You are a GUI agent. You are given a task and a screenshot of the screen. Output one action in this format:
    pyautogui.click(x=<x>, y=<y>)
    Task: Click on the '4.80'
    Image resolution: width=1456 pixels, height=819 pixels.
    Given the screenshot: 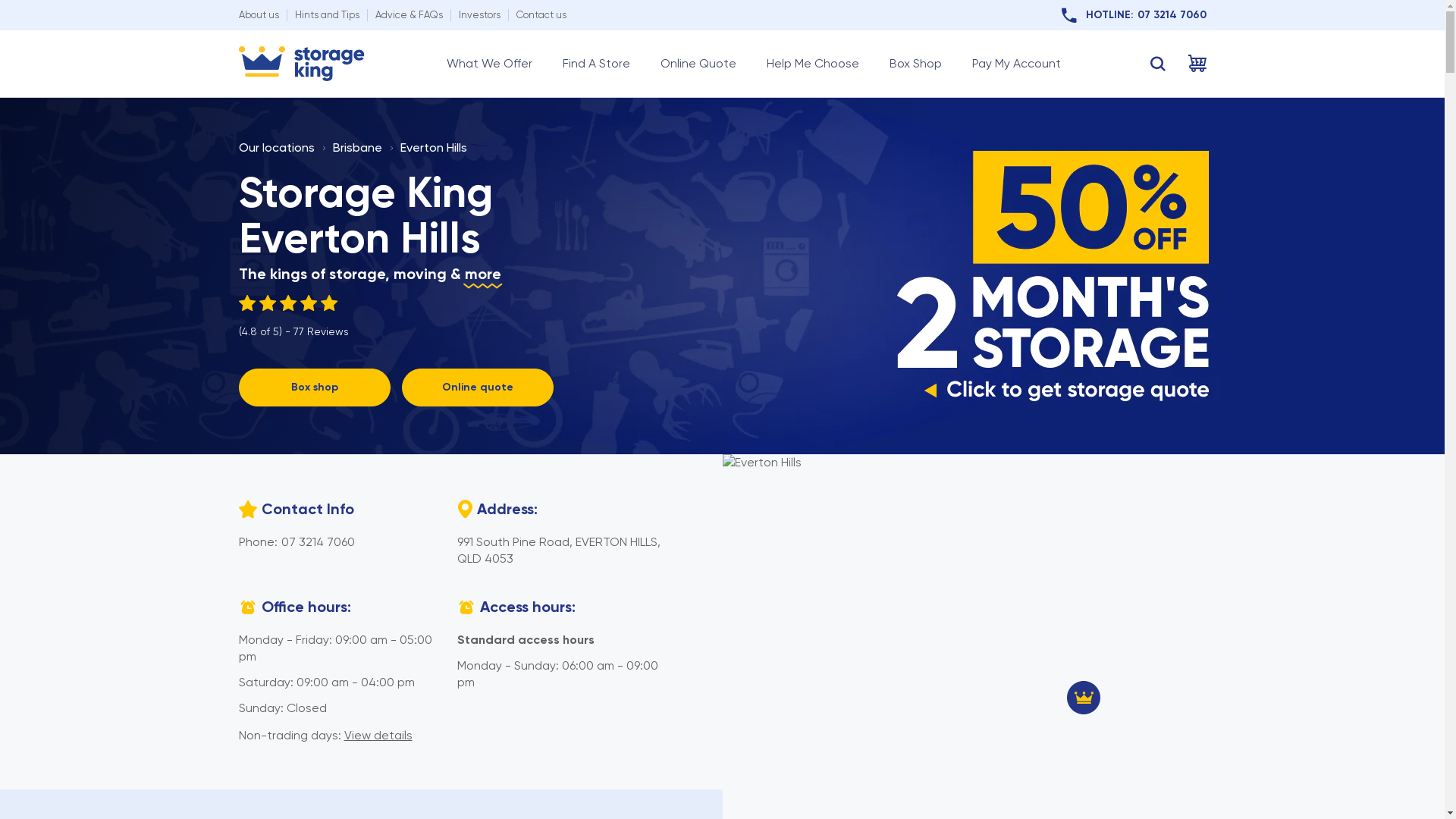 What is the action you would take?
    pyautogui.click(x=236, y=303)
    